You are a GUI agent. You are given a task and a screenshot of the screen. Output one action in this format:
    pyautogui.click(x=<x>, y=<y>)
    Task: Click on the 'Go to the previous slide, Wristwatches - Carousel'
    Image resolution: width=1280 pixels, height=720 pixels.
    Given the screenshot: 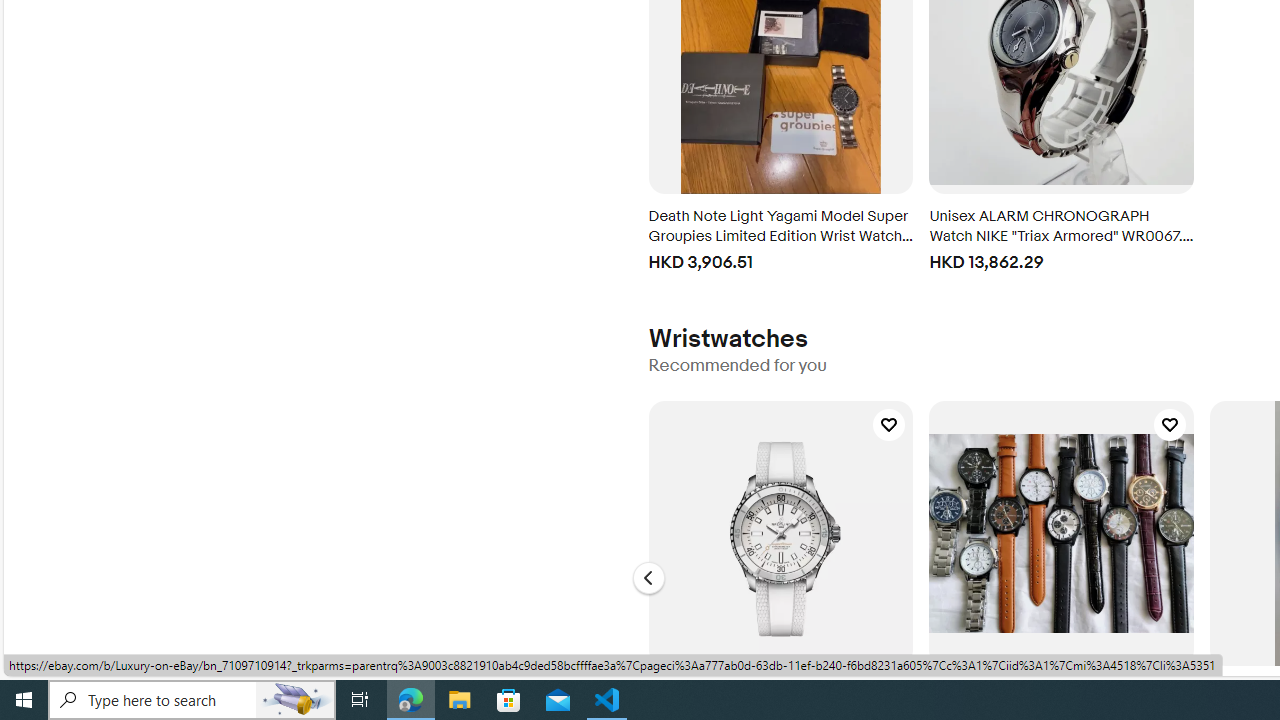 What is the action you would take?
    pyautogui.click(x=648, y=578)
    